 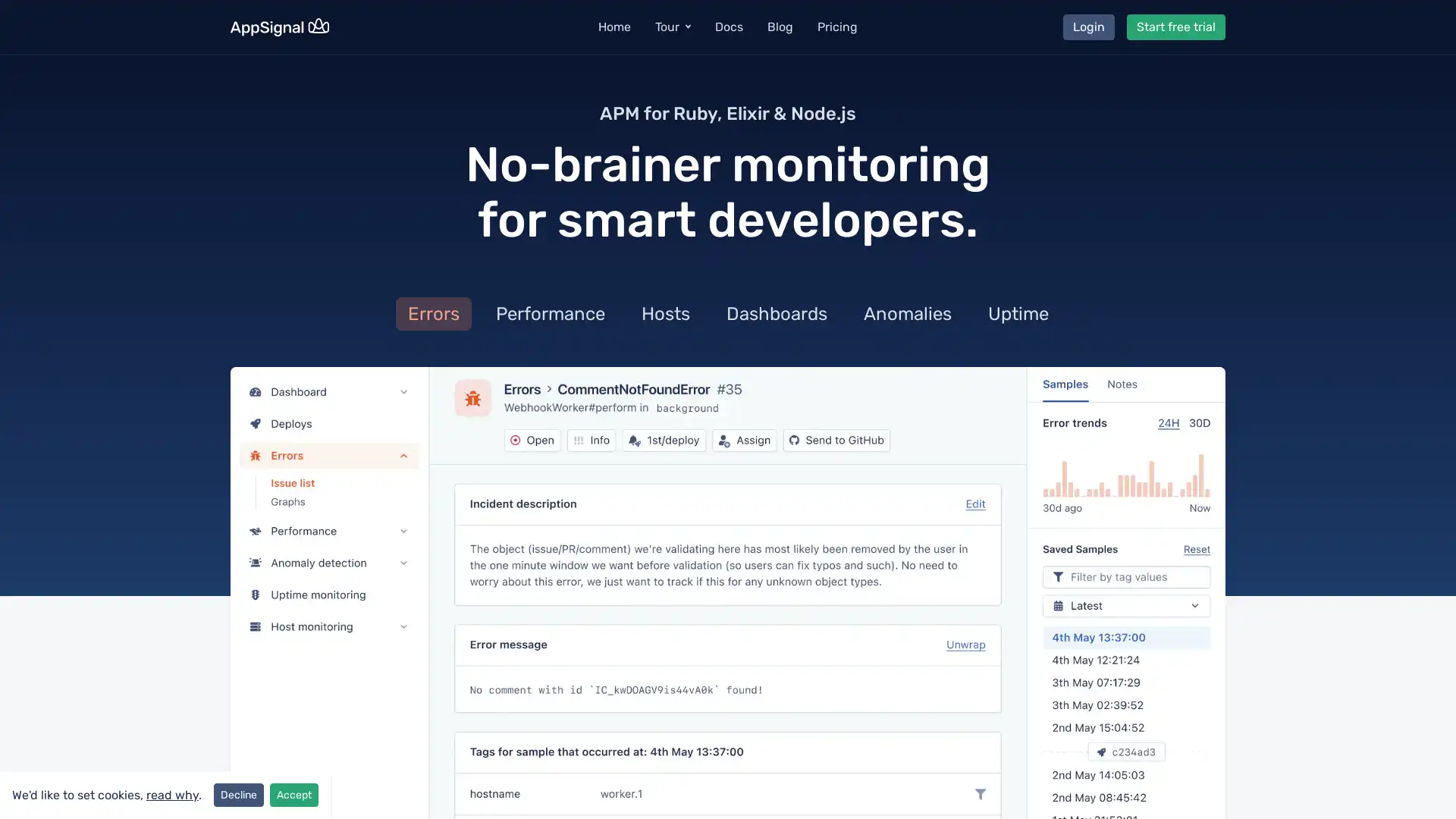 What do you see at coordinates (238, 794) in the screenshot?
I see `Decline` at bounding box center [238, 794].